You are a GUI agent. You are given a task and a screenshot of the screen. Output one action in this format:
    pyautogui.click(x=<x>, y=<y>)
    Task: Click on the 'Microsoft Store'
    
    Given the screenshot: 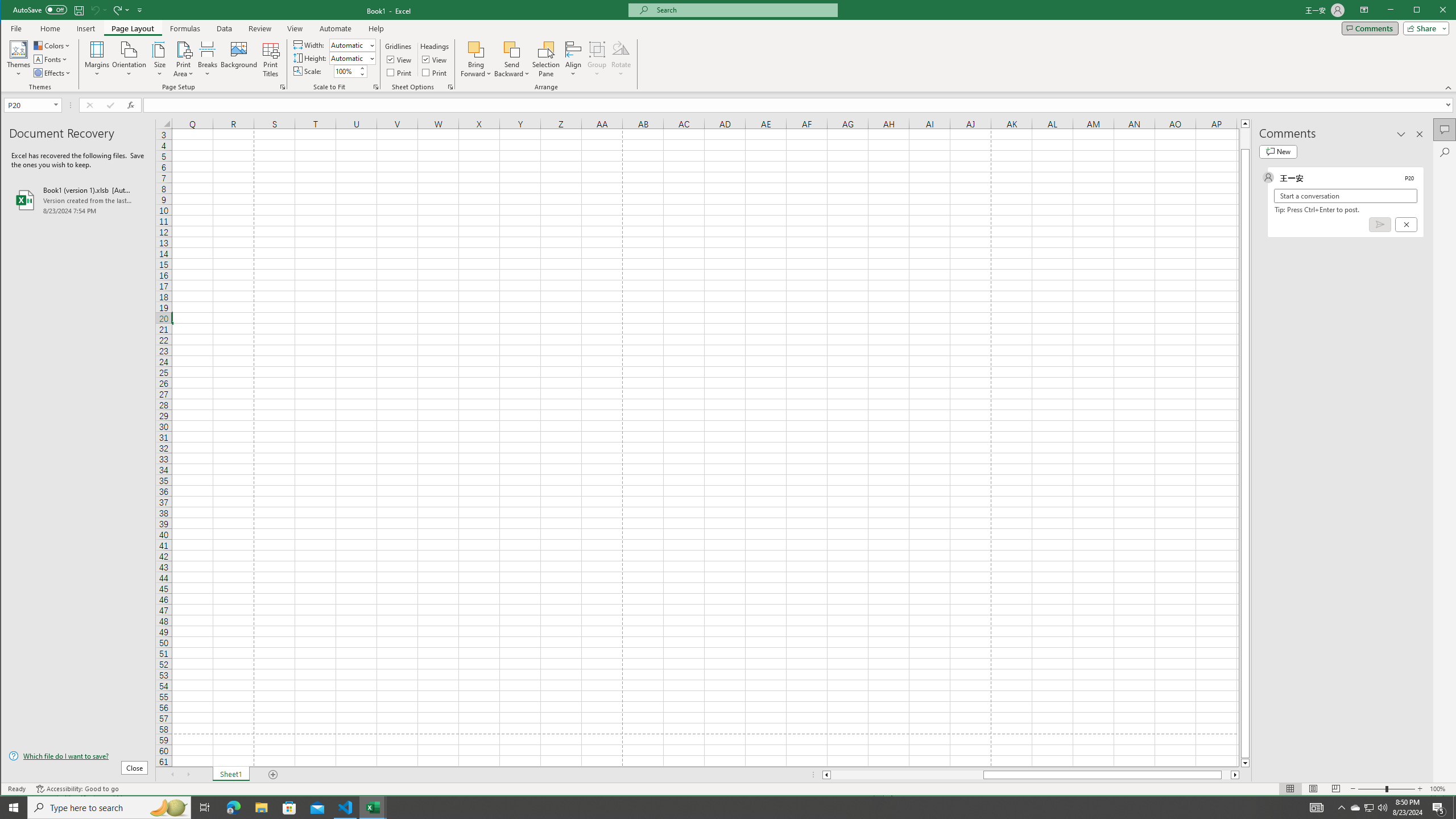 What is the action you would take?
    pyautogui.click(x=289, y=806)
    